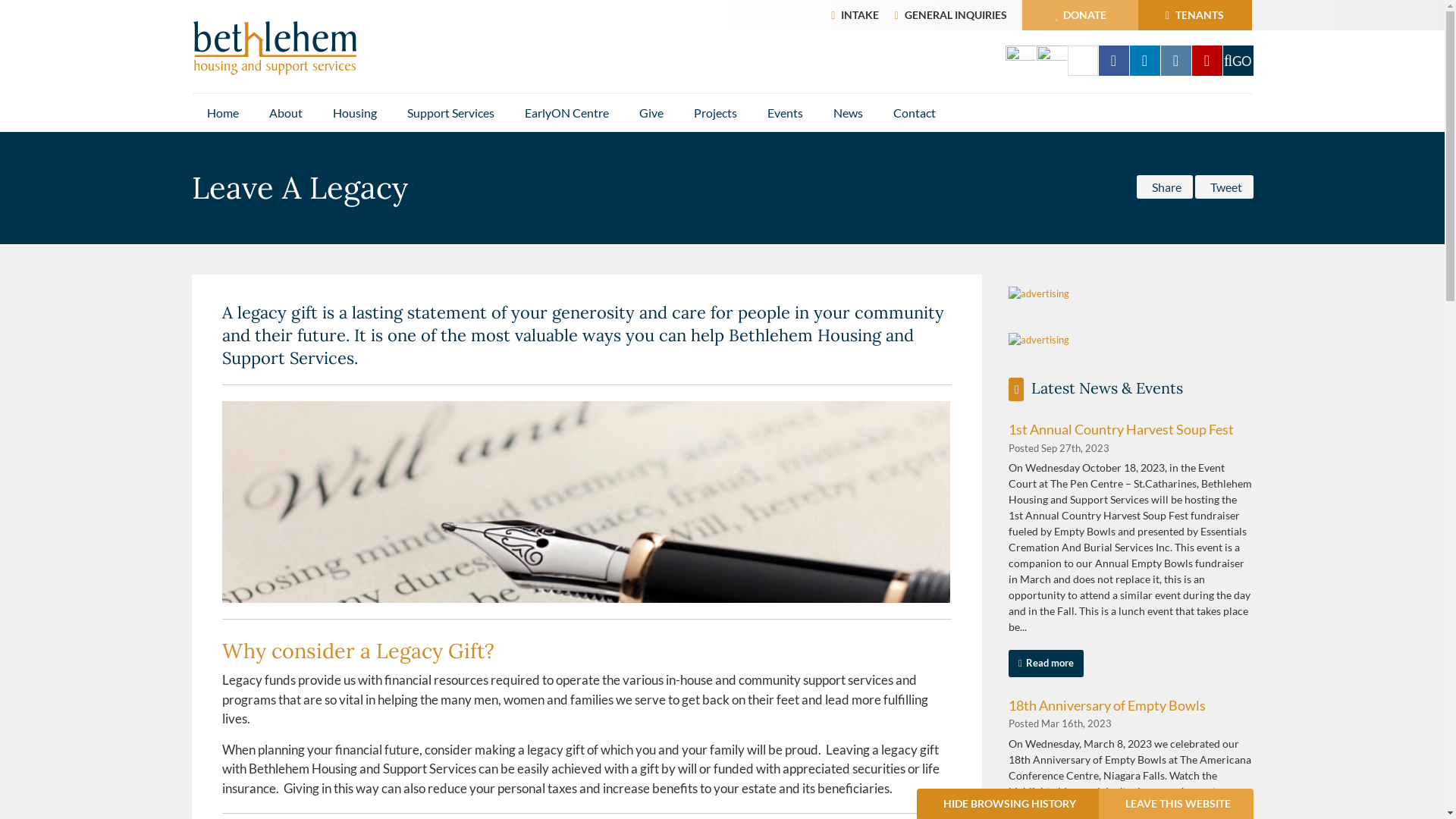  Describe the element at coordinates (1106, 704) in the screenshot. I see `'18th Anniversary of Empty Bowls'` at that location.